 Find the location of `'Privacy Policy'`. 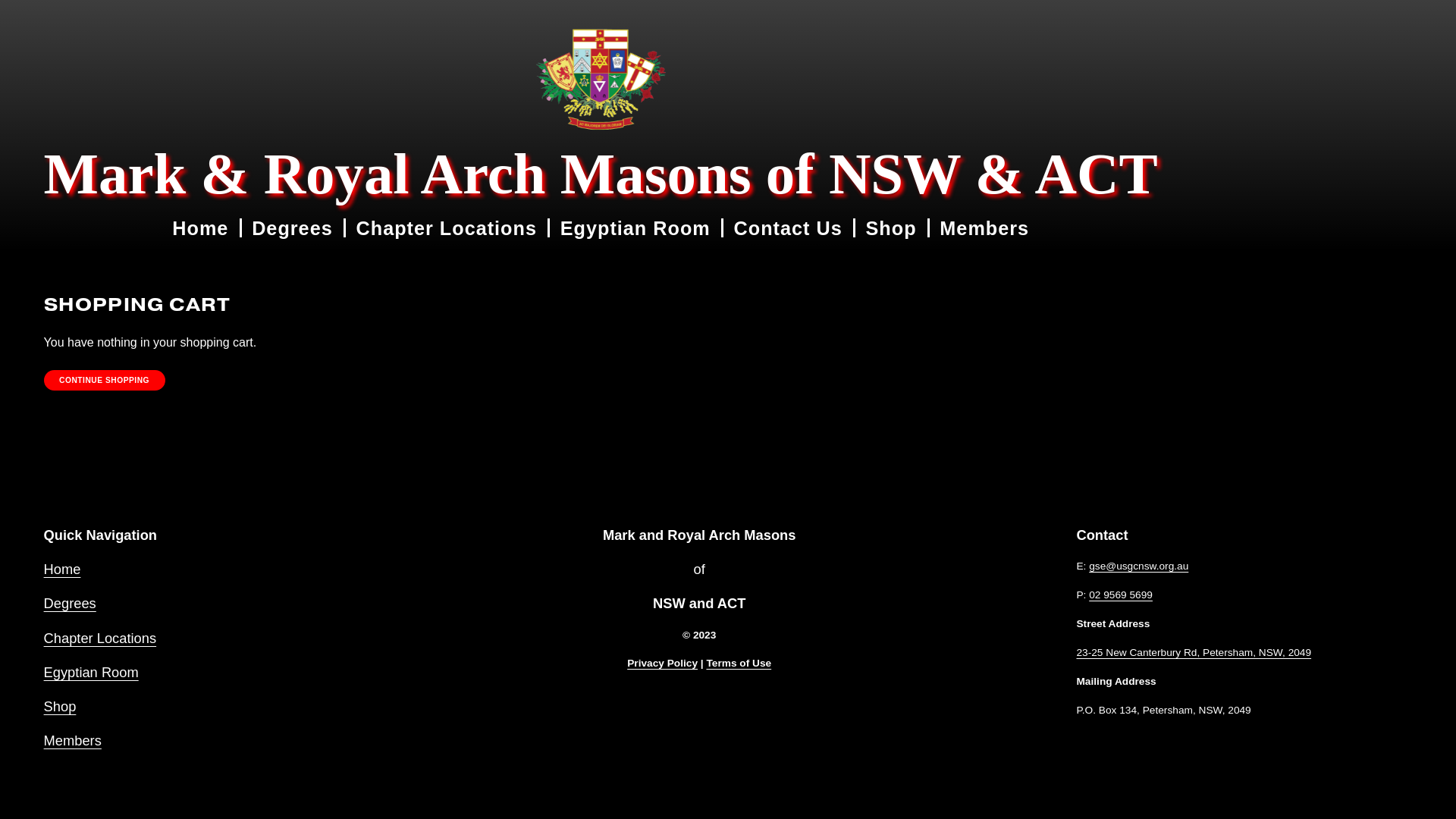

'Privacy Policy' is located at coordinates (662, 663).